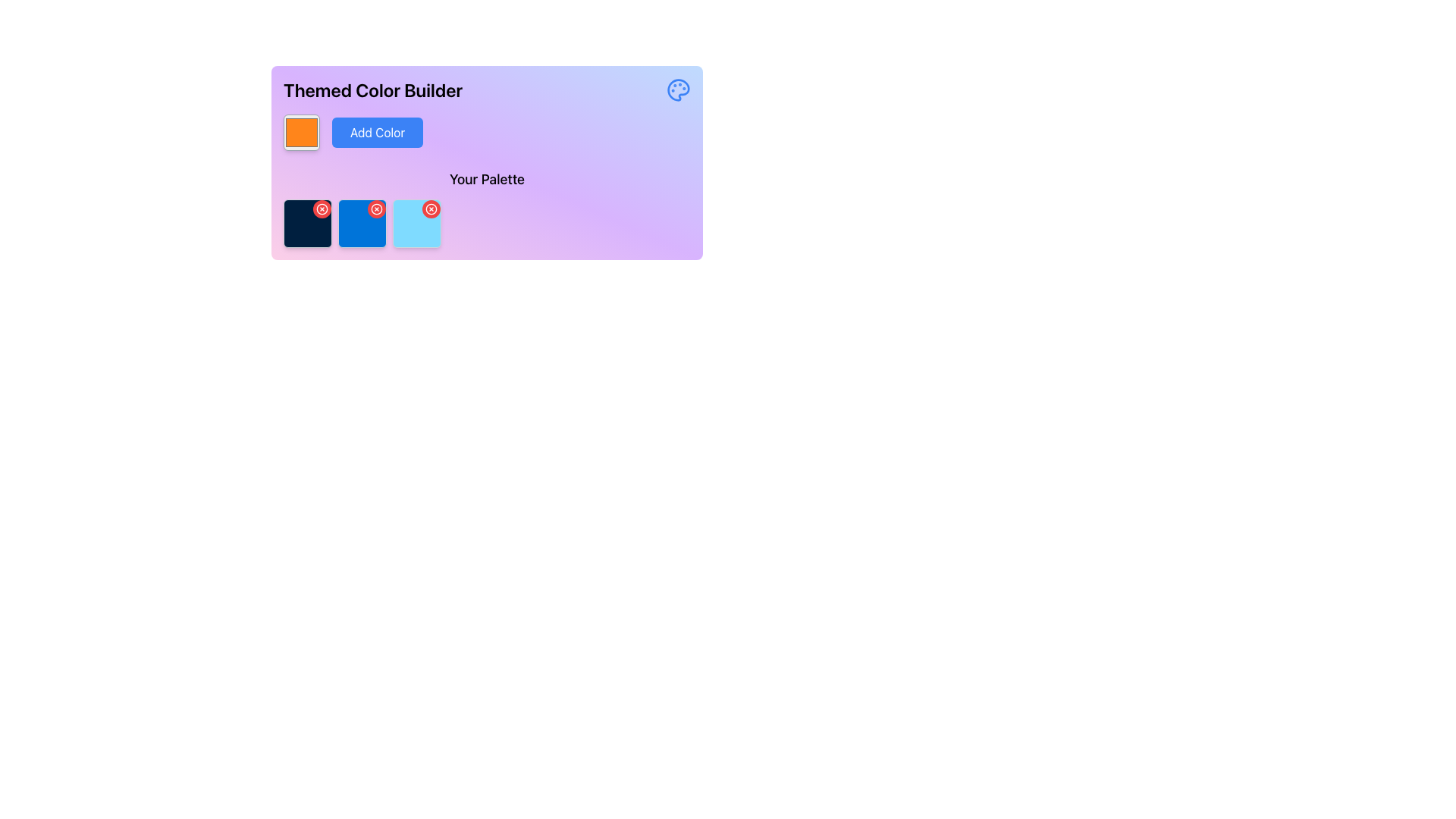 Image resolution: width=1456 pixels, height=819 pixels. I want to click on the red circular button at the top-right corner of the third color tile in the color palette, so click(417, 223).